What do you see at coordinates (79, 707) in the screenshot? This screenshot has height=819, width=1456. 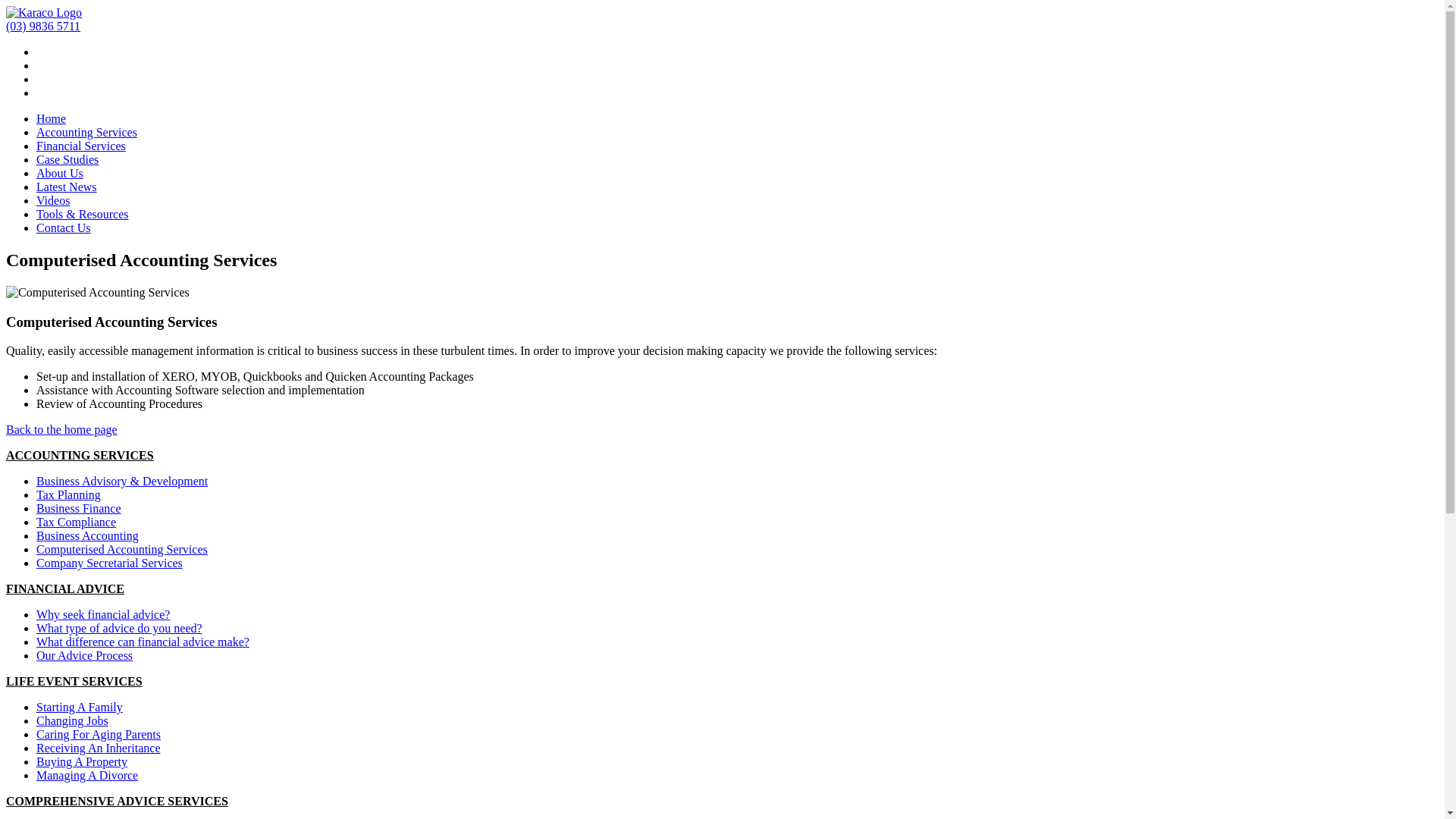 I see `'Starting A Family'` at bounding box center [79, 707].